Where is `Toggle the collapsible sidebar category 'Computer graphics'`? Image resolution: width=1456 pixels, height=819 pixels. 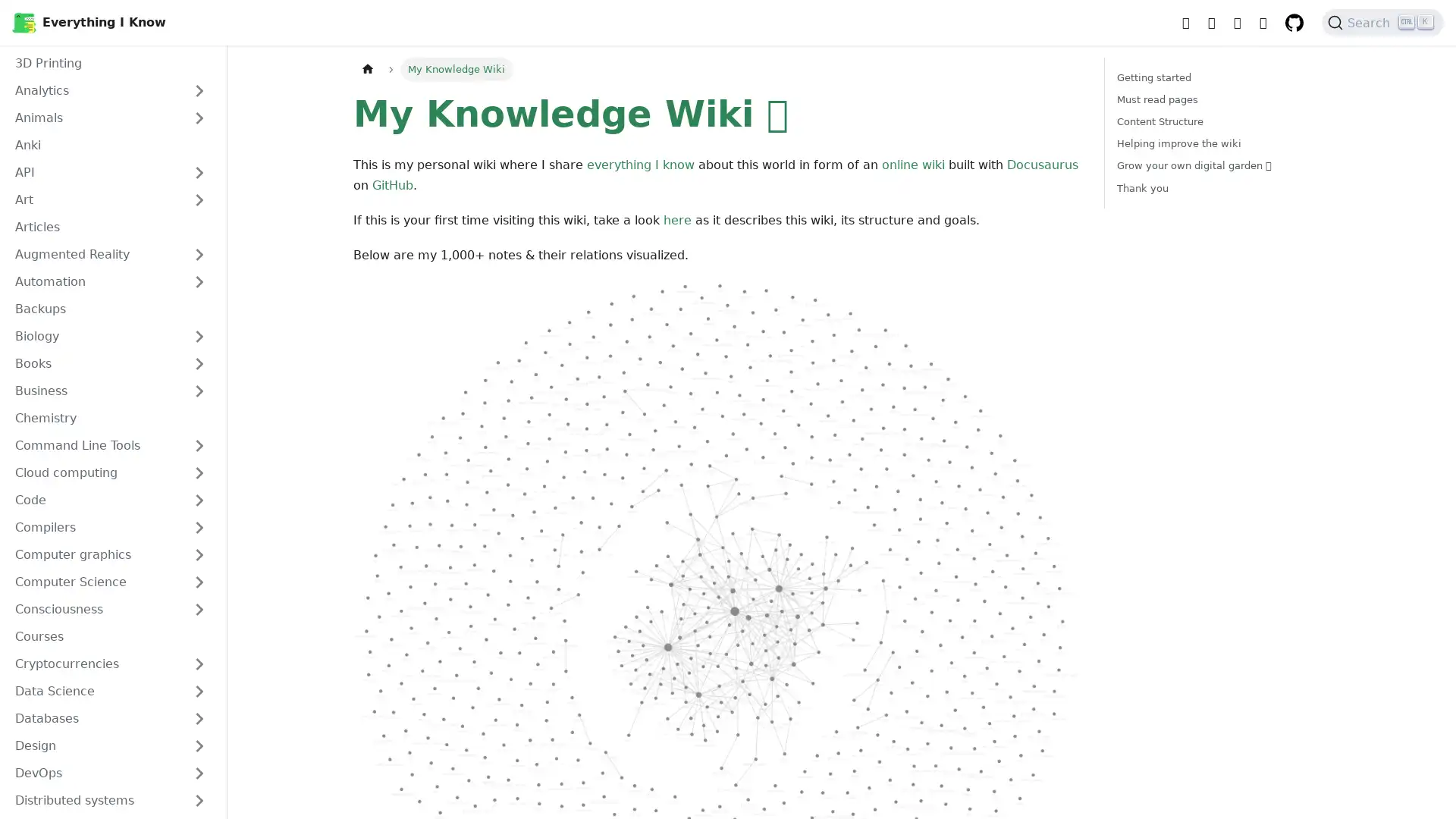 Toggle the collapsible sidebar category 'Computer graphics' is located at coordinates (199, 555).